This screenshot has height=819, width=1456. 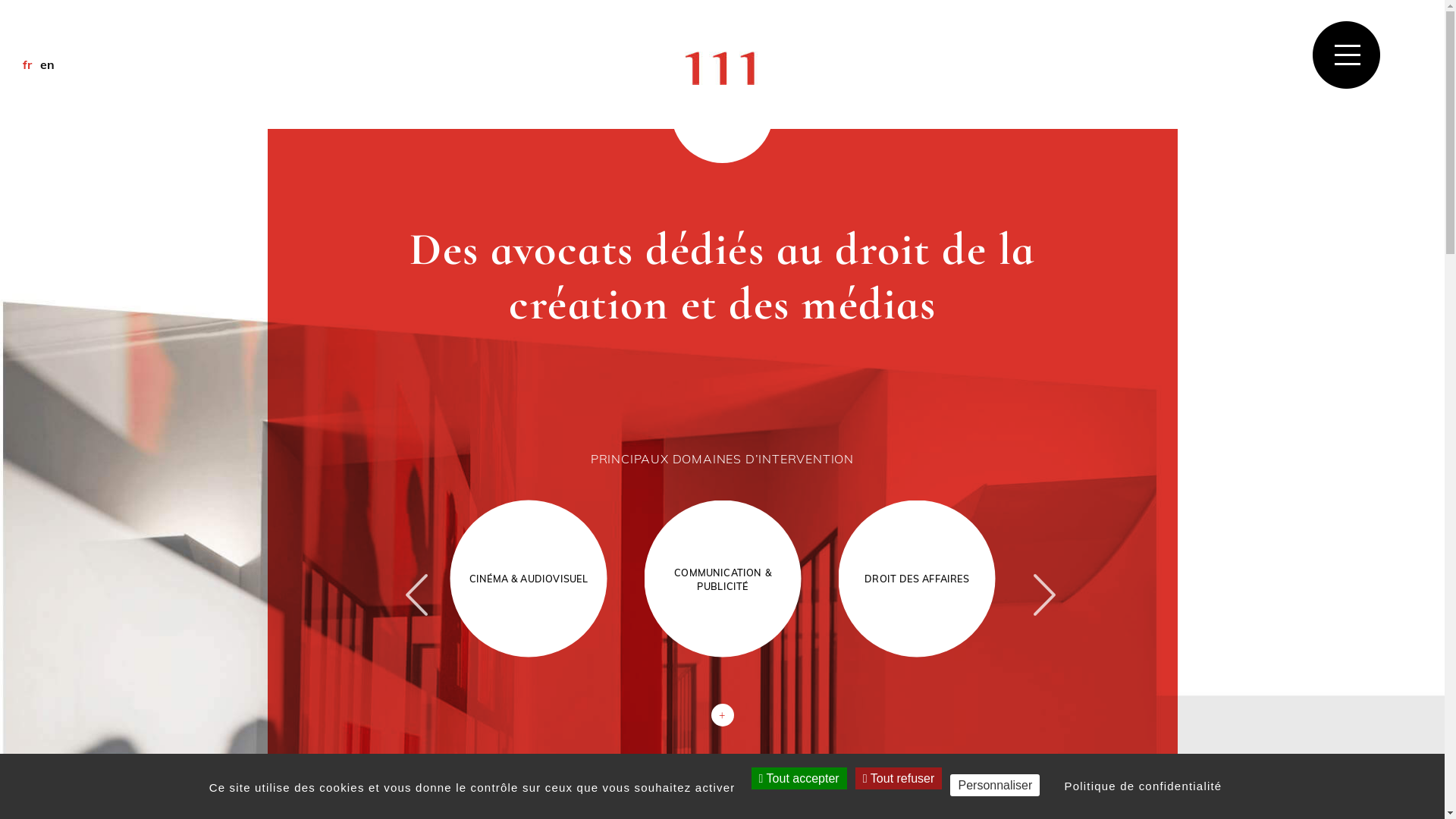 I want to click on 'en', so click(x=47, y=63).